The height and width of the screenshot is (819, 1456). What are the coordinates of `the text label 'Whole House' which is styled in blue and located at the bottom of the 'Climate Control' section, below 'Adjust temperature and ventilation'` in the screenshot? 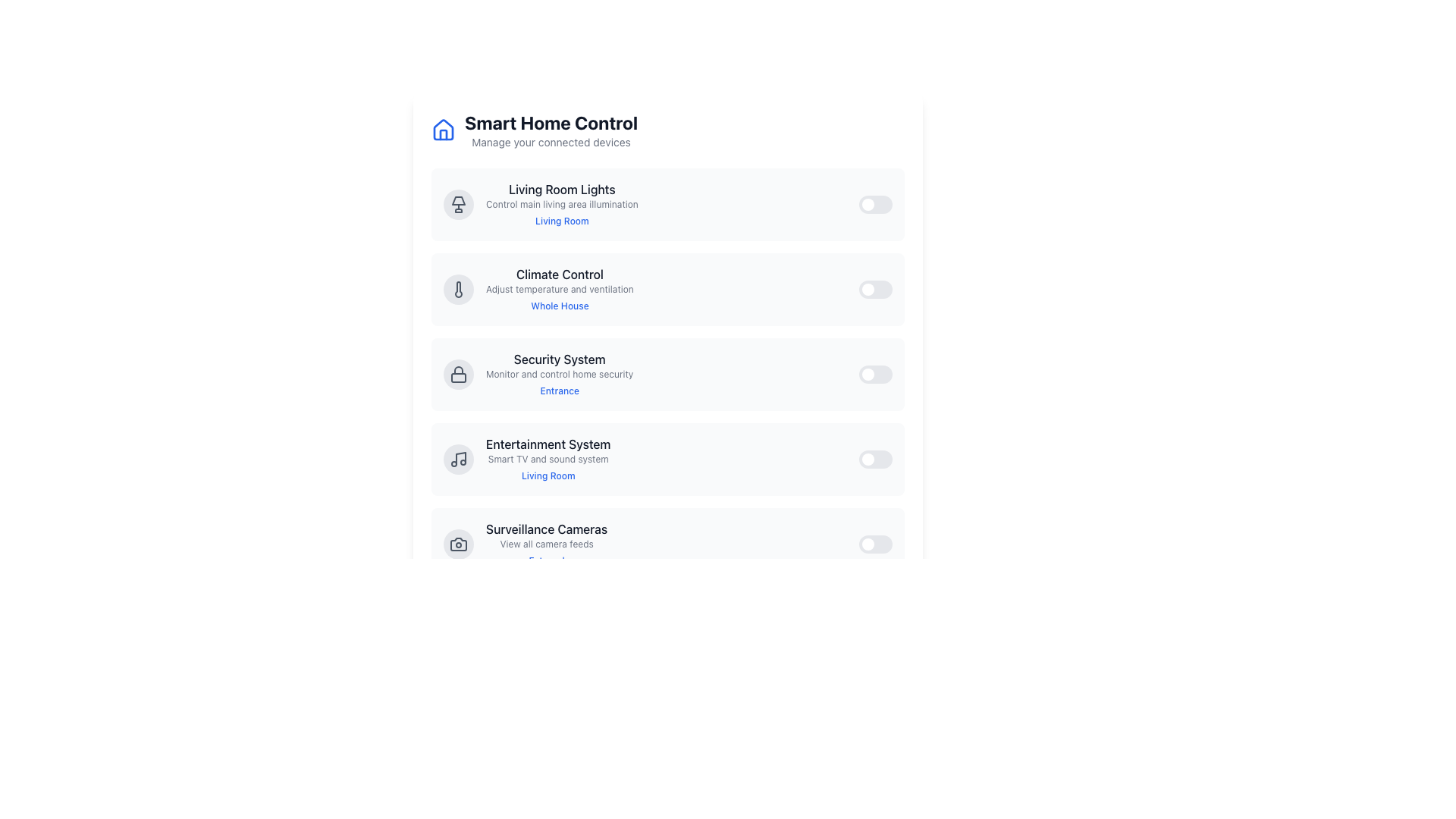 It's located at (559, 306).